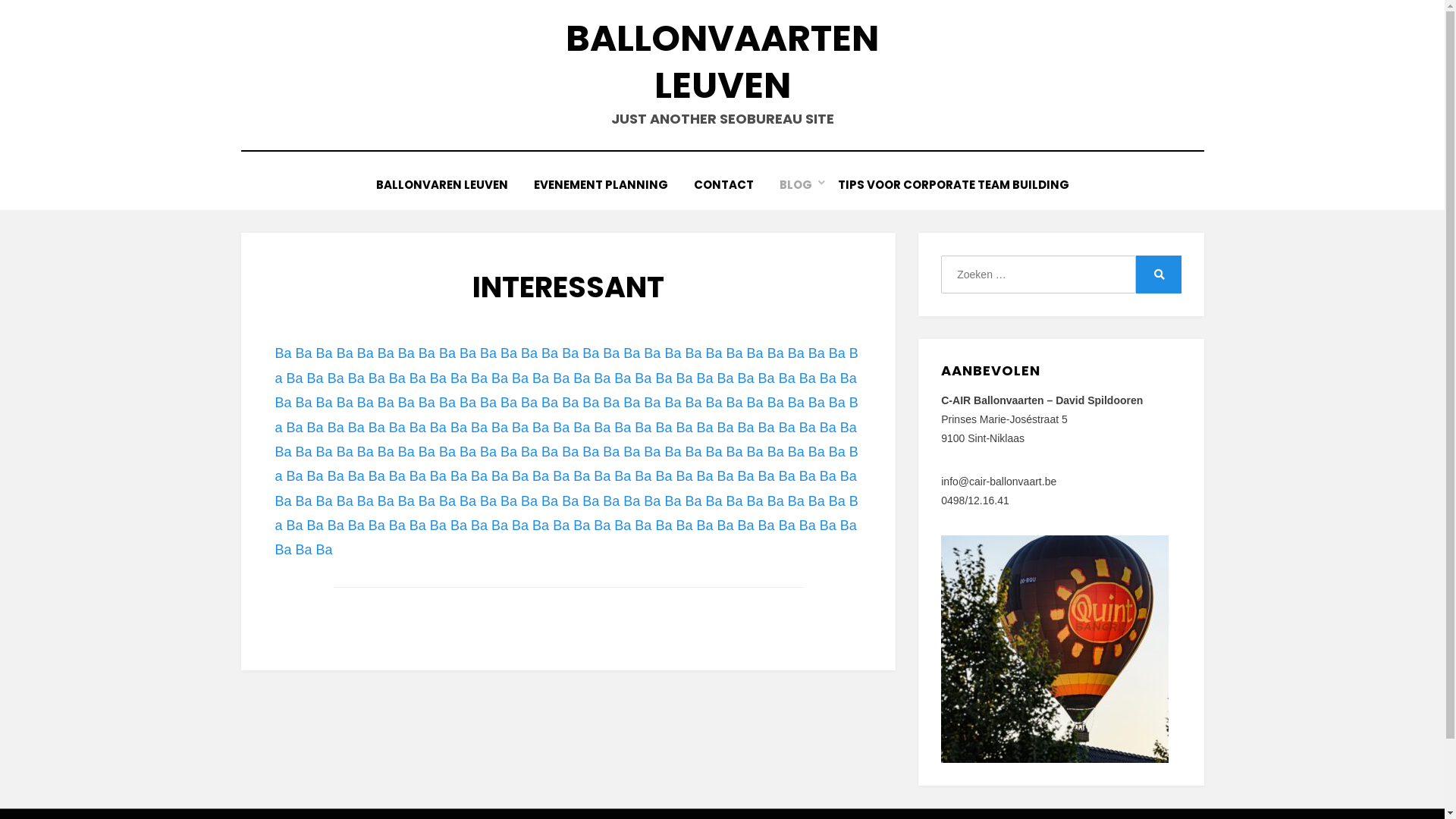 Image resolution: width=1456 pixels, height=819 pixels. I want to click on 'Ba', so click(548, 402).